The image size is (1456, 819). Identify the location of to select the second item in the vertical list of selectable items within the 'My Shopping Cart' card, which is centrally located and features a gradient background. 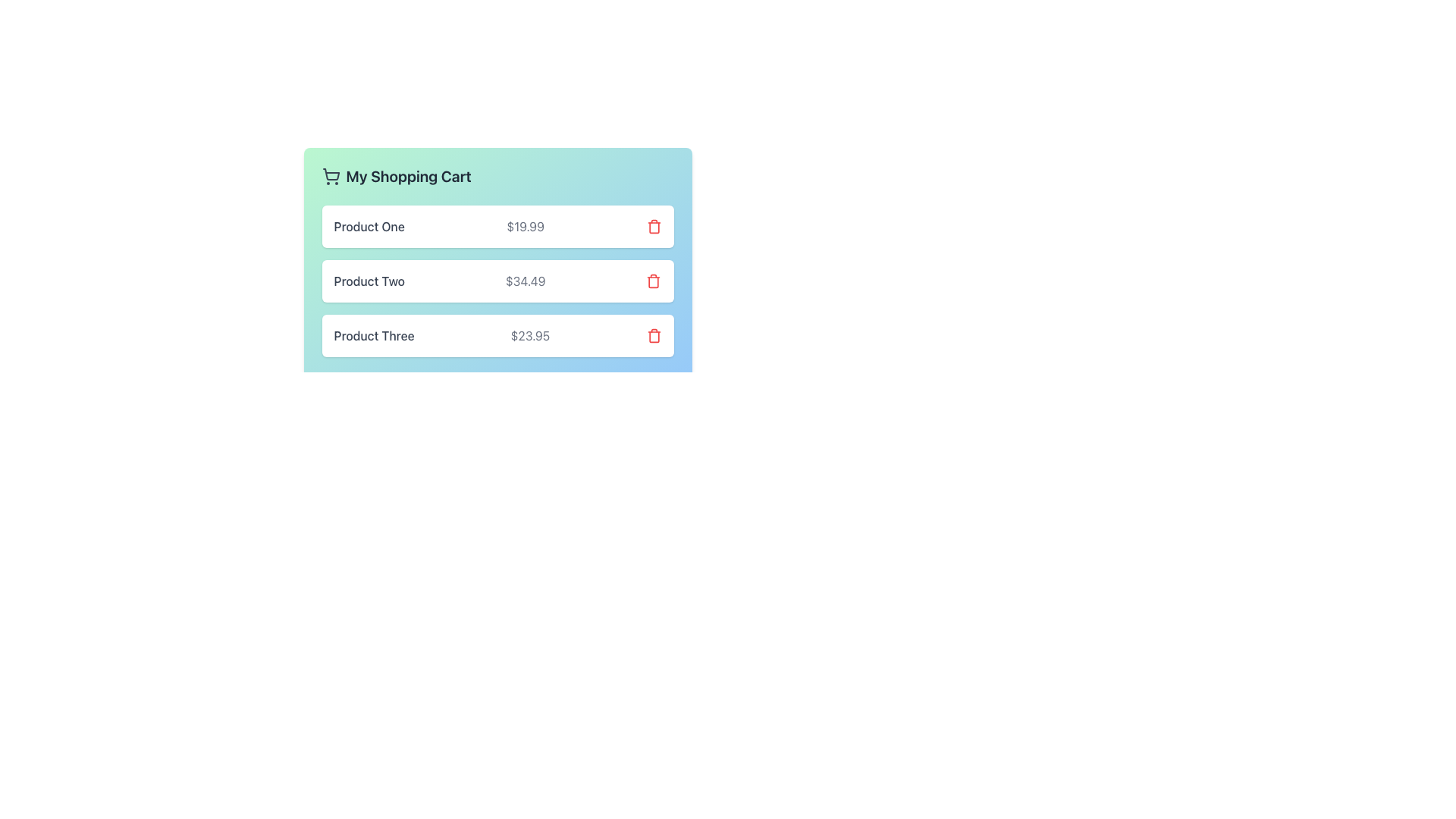
(497, 281).